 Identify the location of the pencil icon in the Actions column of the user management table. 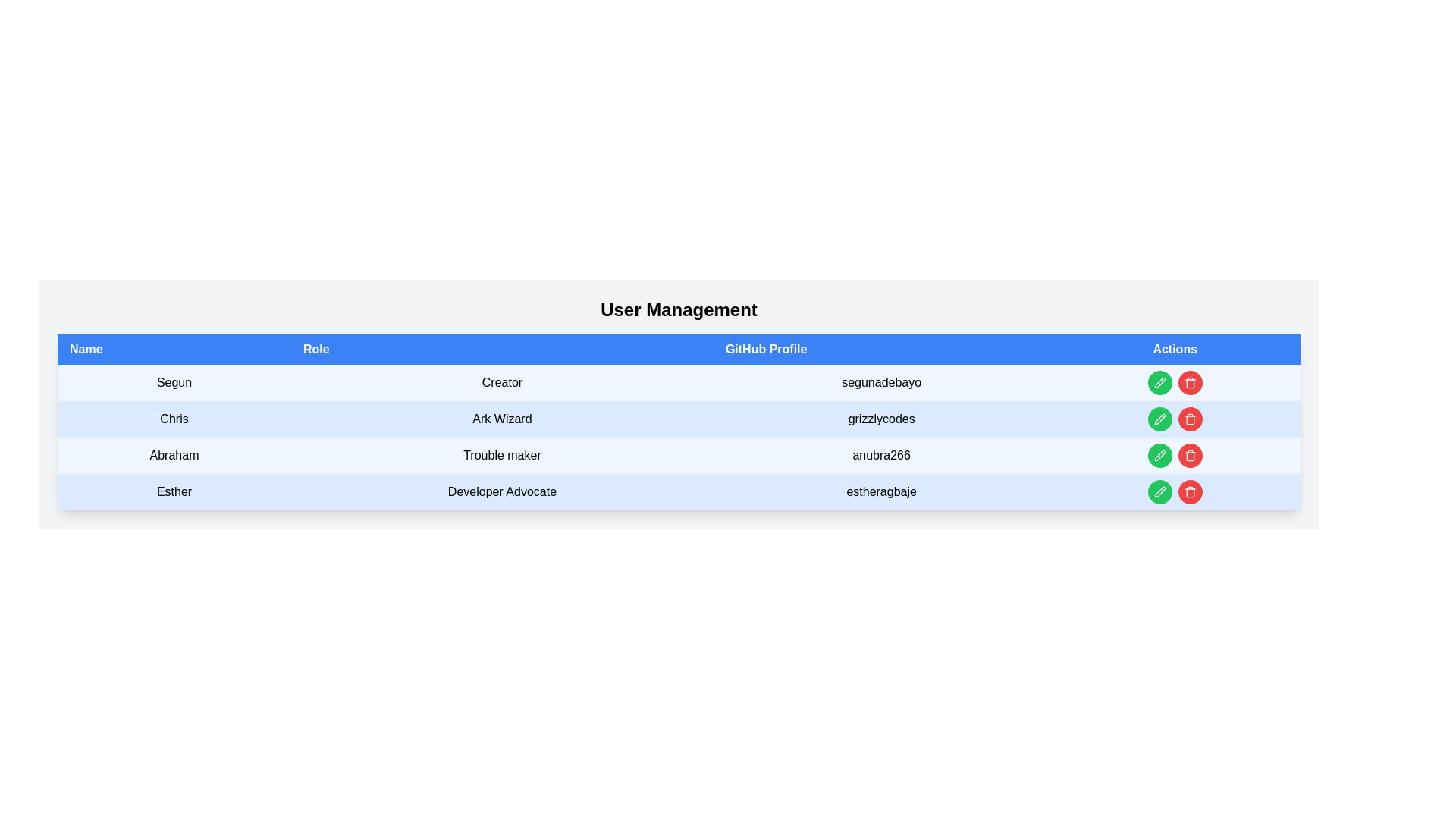
(1159, 491).